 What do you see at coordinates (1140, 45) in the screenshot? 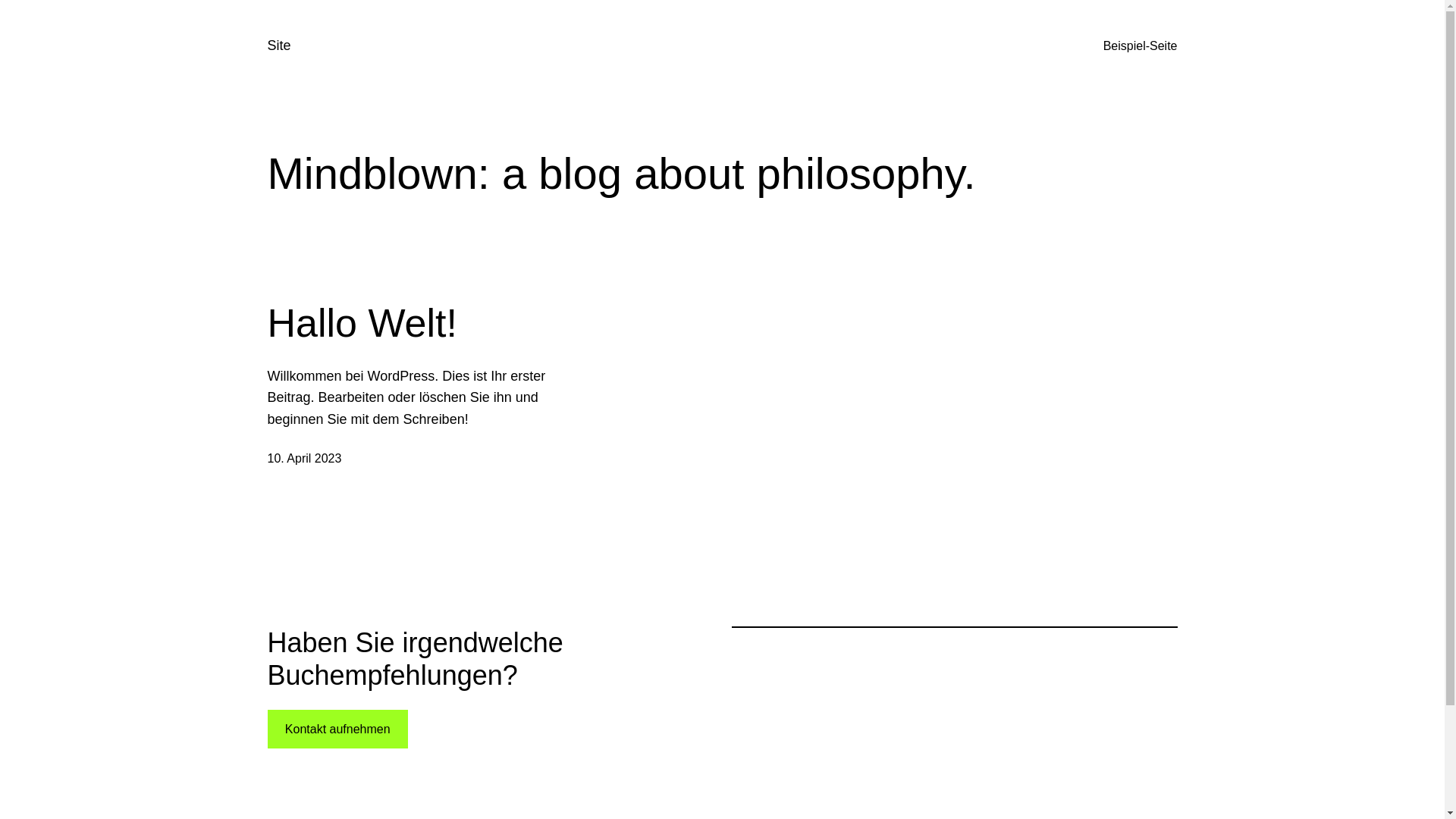
I see `'Beispiel-Seite'` at bounding box center [1140, 45].